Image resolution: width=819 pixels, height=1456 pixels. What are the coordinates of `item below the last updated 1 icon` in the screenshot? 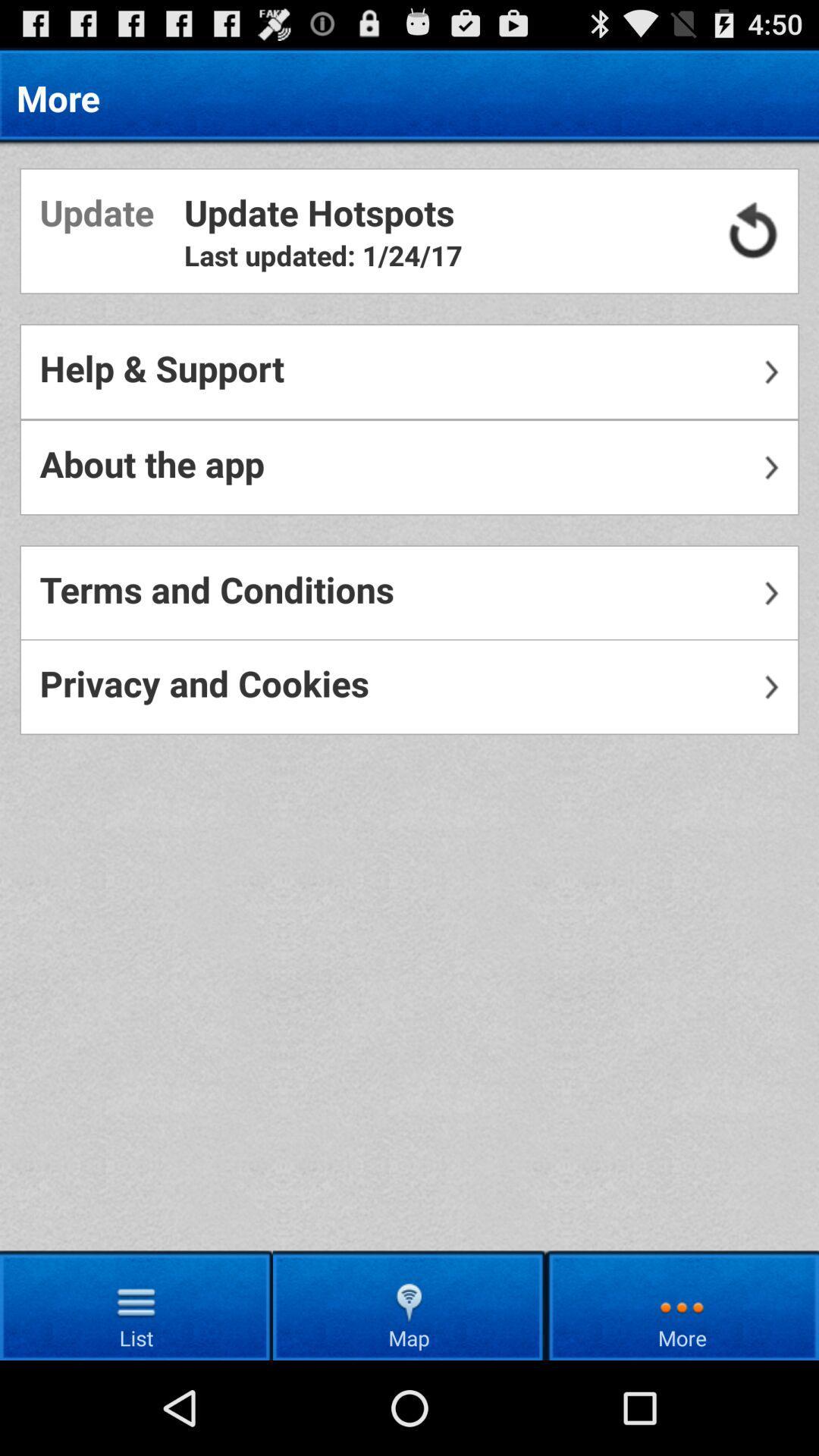 It's located at (409, 372).